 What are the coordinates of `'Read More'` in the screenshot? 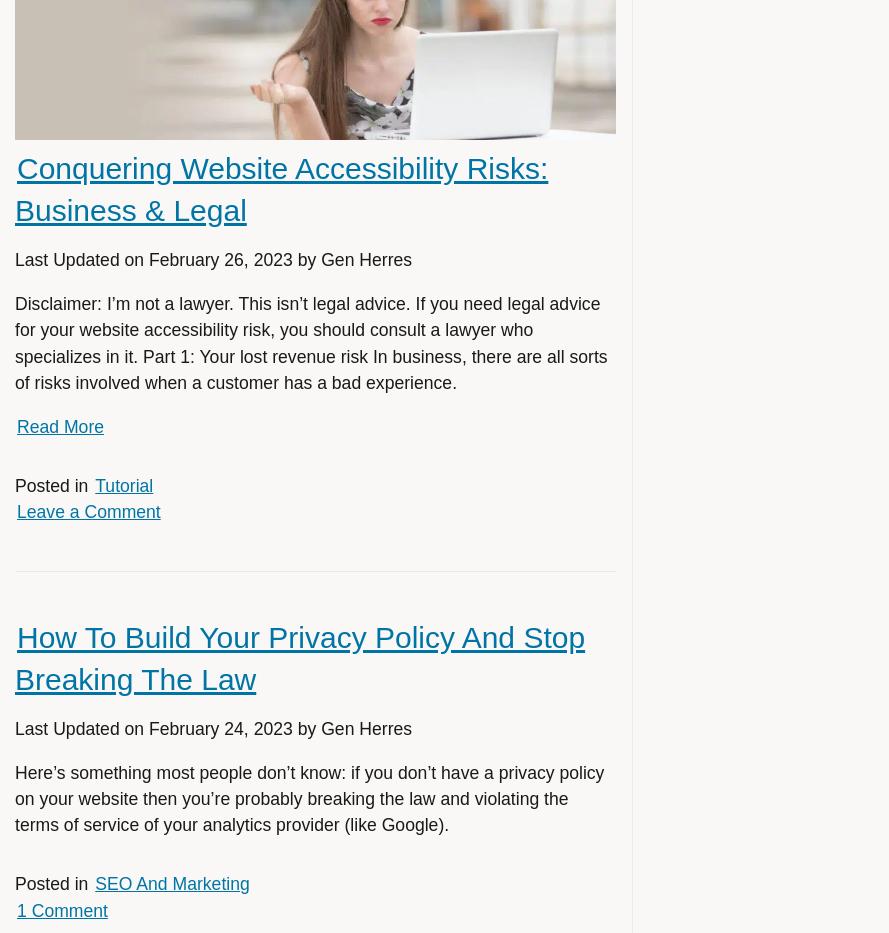 It's located at (60, 425).